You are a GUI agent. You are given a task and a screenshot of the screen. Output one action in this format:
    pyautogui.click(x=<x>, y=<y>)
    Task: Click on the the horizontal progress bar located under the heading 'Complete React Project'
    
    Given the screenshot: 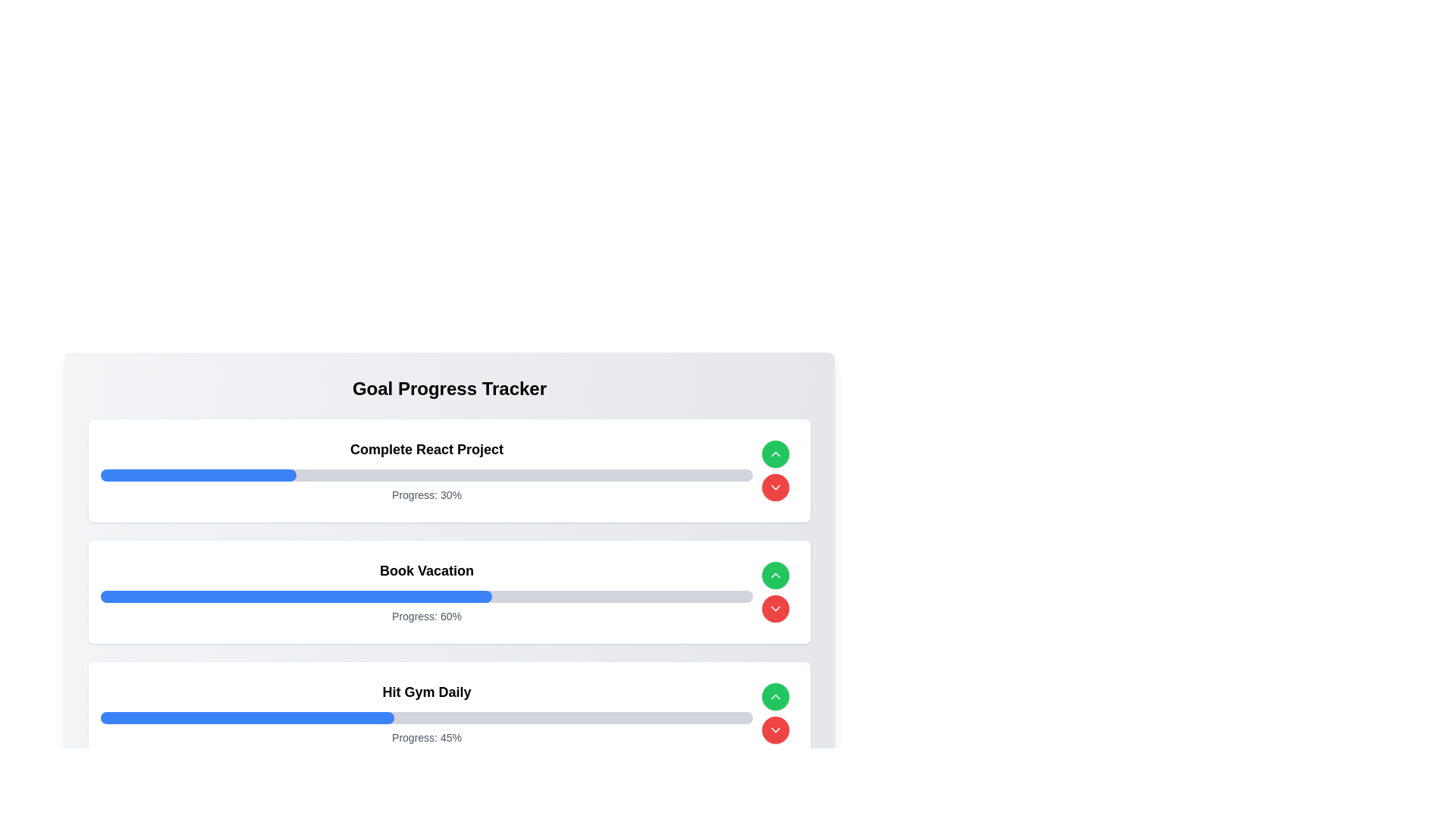 What is the action you would take?
    pyautogui.click(x=425, y=475)
    